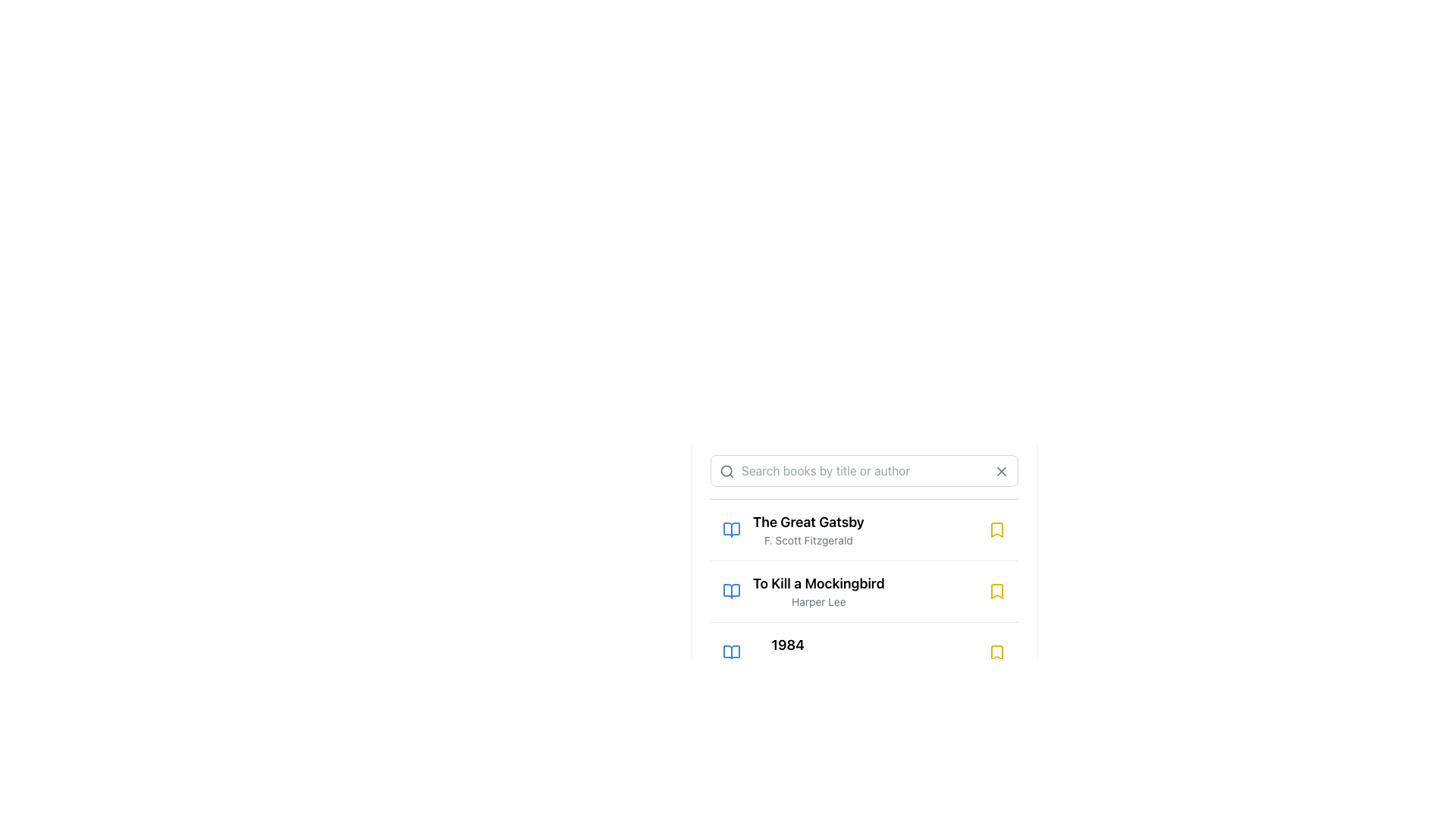 This screenshot has width=1456, height=819. Describe the element at coordinates (817, 590) in the screenshot. I see `the clickable text element 'To Kill a Mockingbird'` at that location.